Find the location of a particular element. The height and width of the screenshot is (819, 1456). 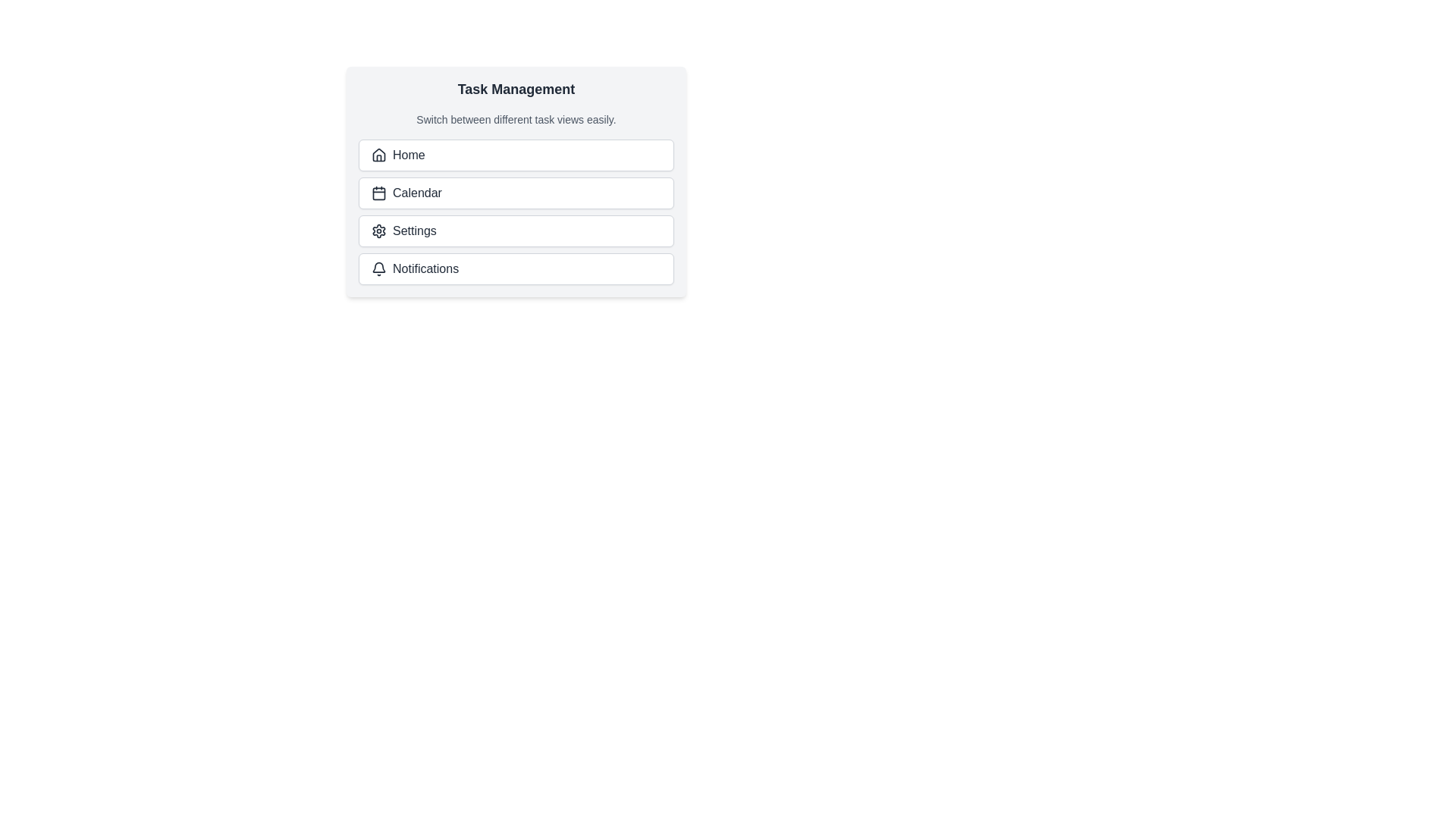

the 'Calendar' menu option button located in the 'Task Management' section, which is the second item in the vertical menu stacked between the 'Home' and 'Settings' buttons is located at coordinates (516, 180).